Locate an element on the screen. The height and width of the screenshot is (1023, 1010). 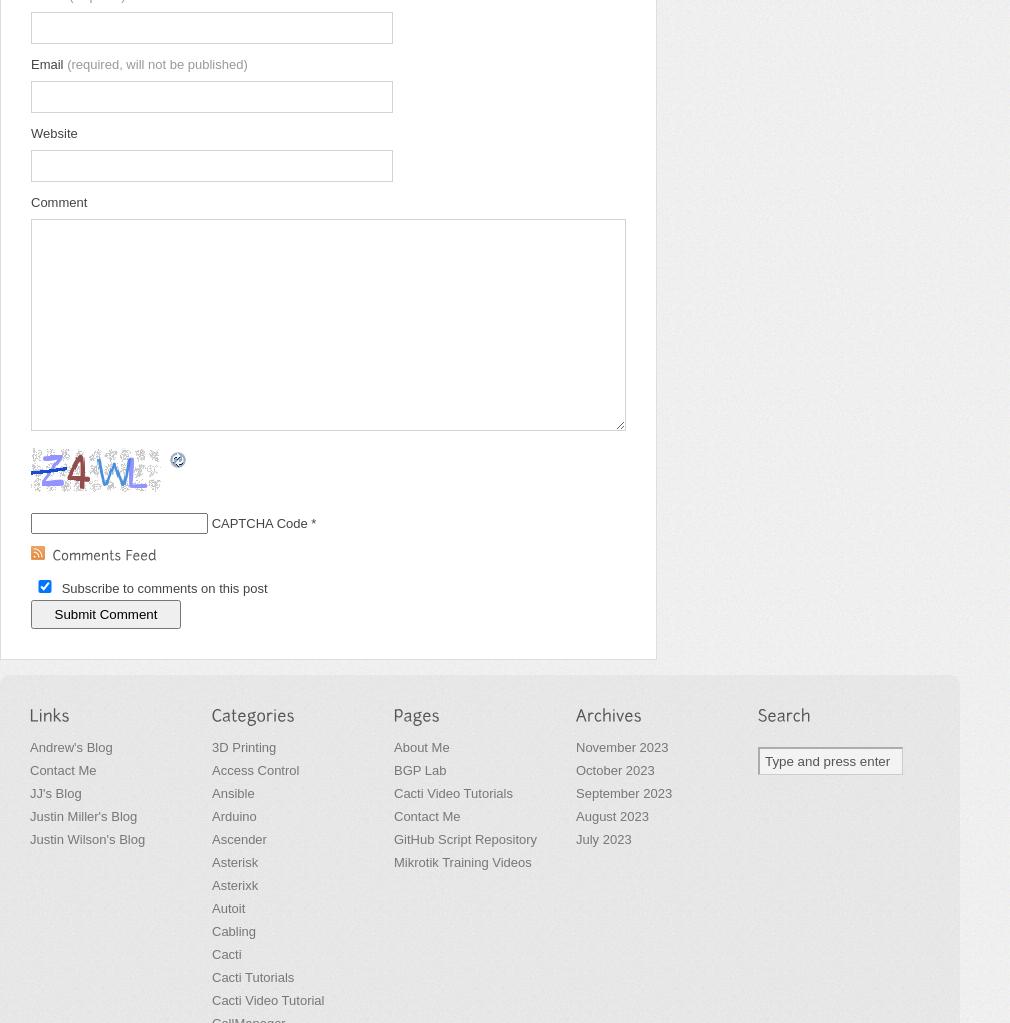
'Subscribe to comments on this post' is located at coordinates (163, 588).